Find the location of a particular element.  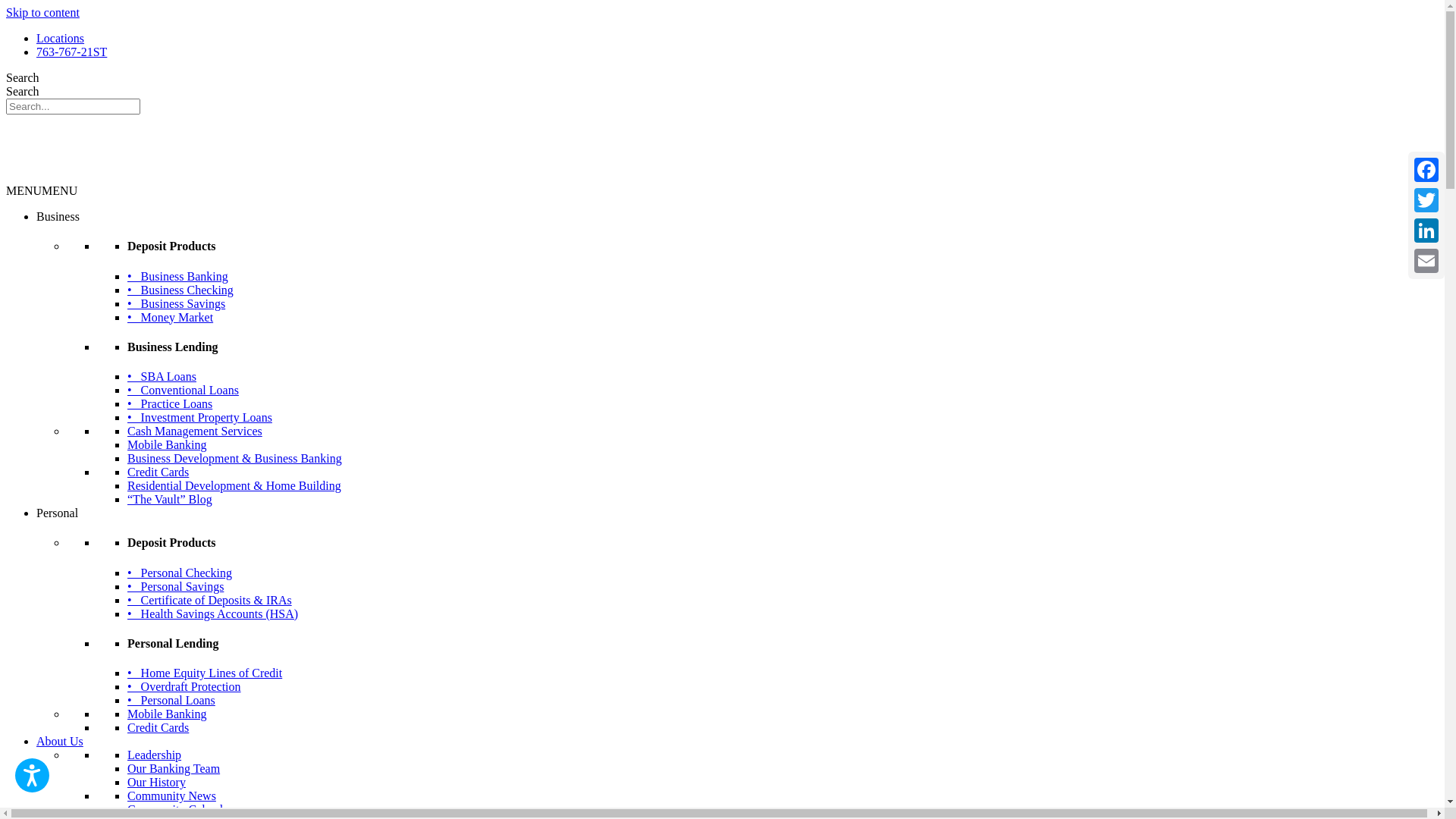

'Business' is located at coordinates (58, 216).